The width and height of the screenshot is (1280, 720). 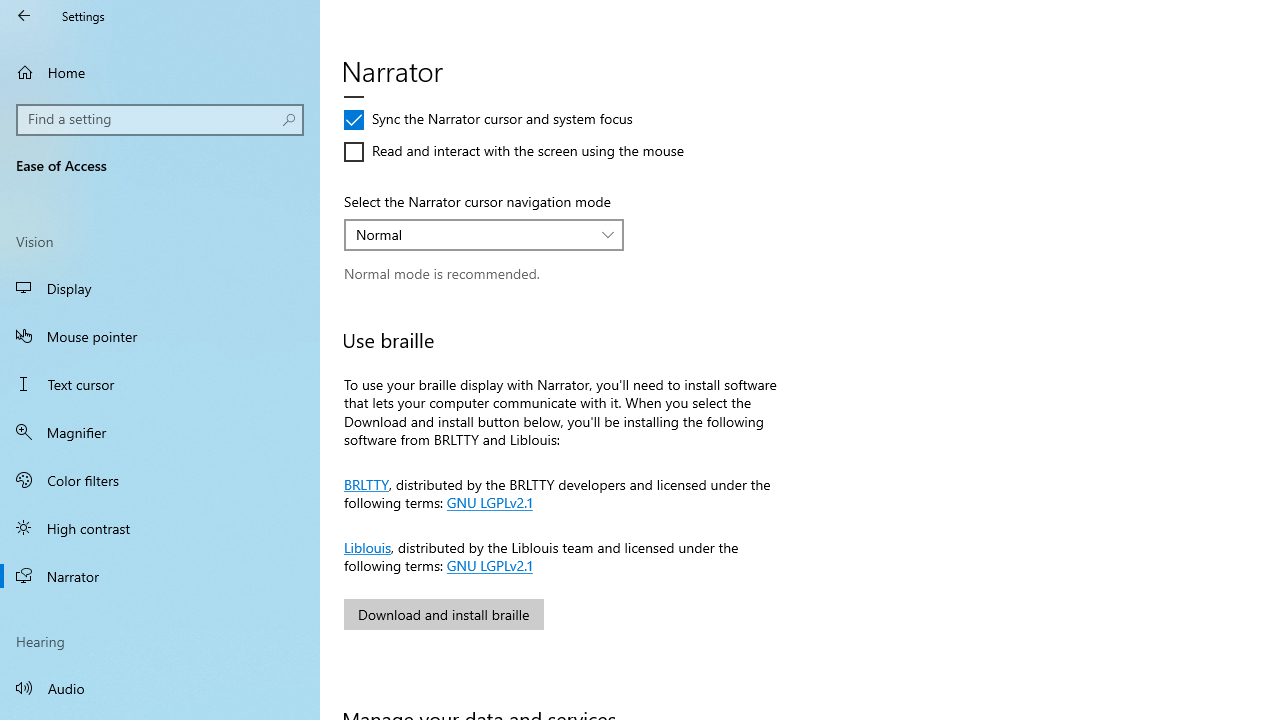 I want to click on 'Mouse pointer', so click(x=160, y=334).